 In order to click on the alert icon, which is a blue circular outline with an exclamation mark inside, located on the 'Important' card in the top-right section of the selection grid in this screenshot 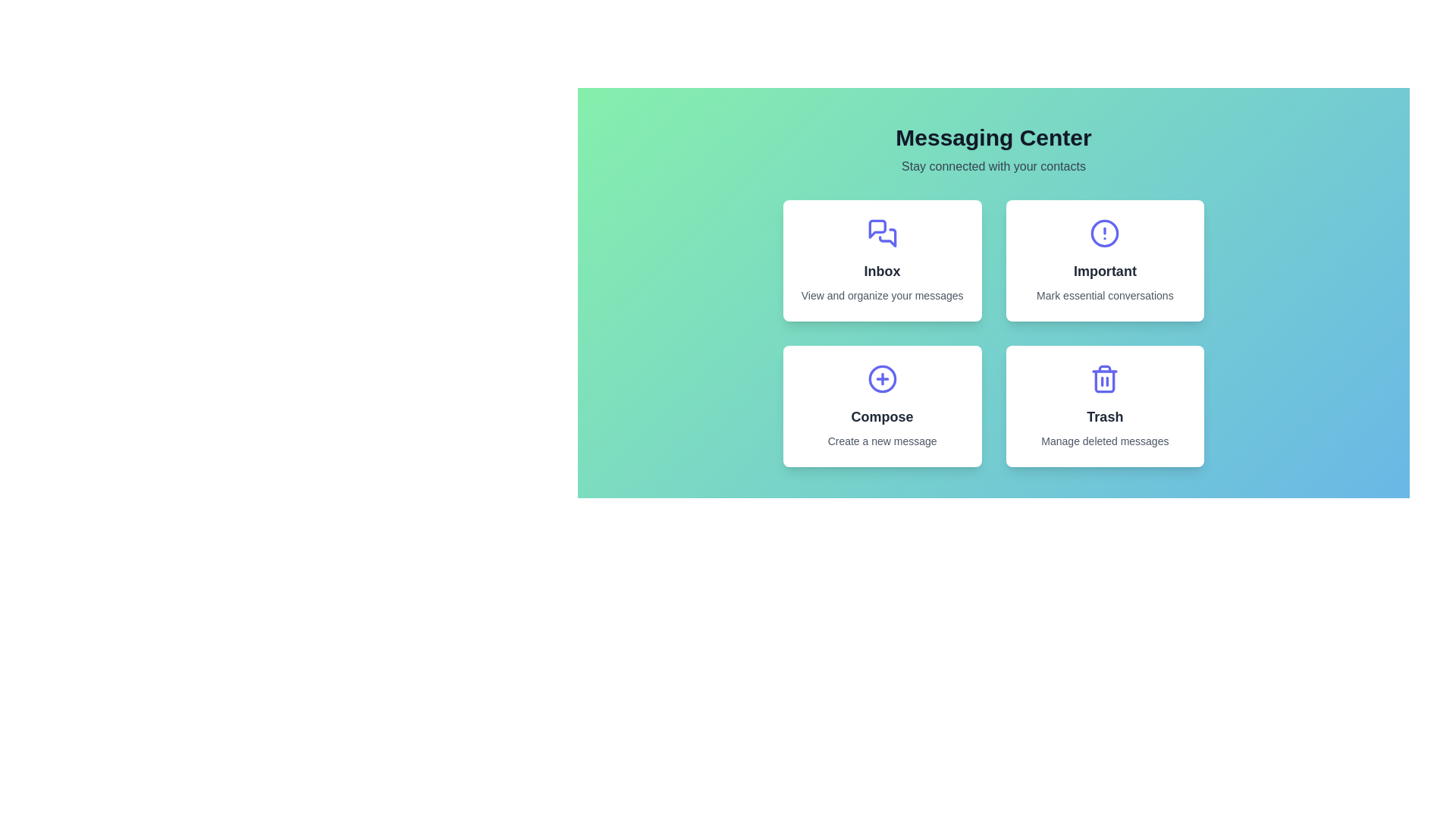, I will do `click(1105, 234)`.